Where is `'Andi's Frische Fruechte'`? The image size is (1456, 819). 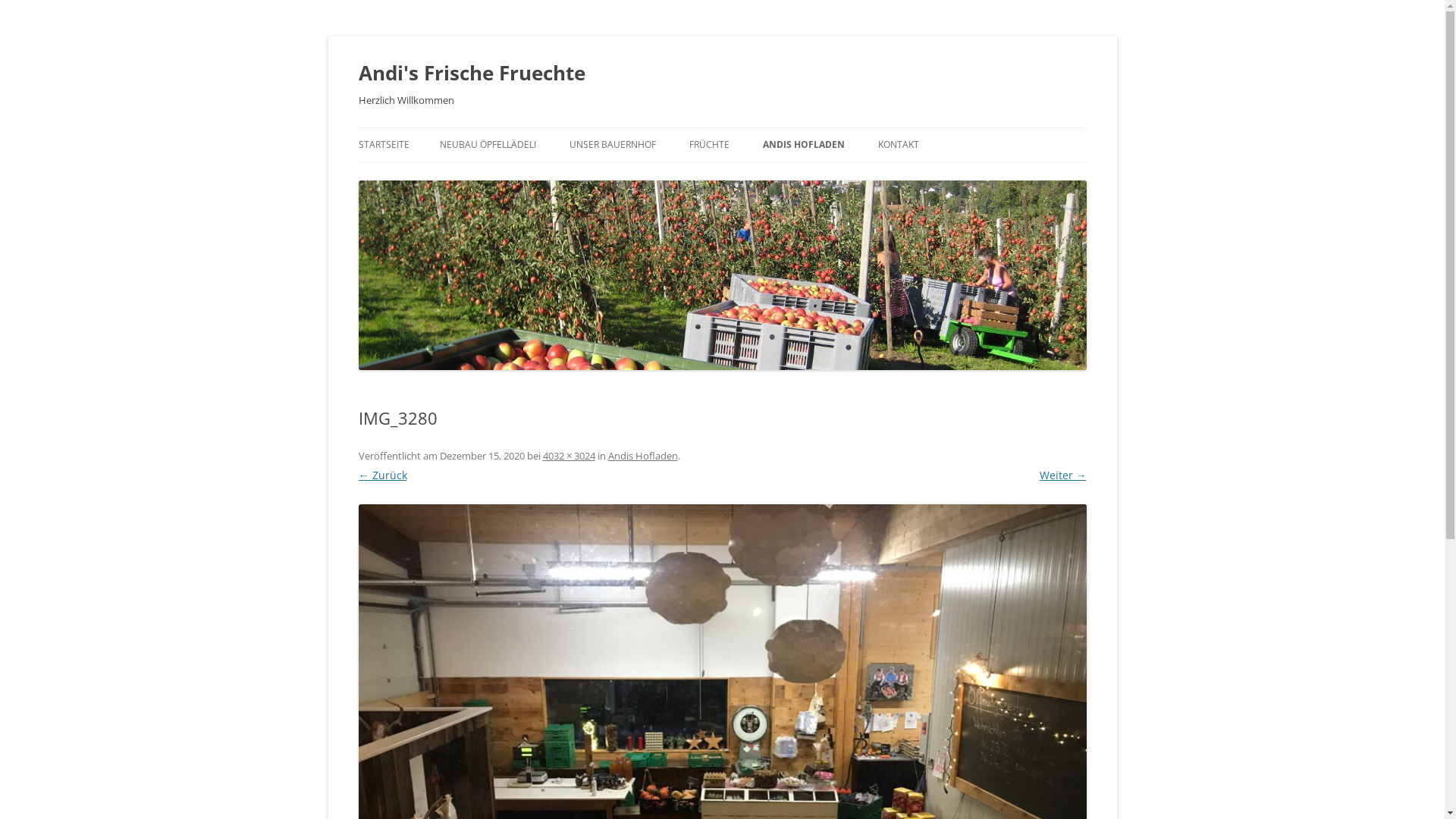
'Andi's Frische Fruechte' is located at coordinates (470, 73).